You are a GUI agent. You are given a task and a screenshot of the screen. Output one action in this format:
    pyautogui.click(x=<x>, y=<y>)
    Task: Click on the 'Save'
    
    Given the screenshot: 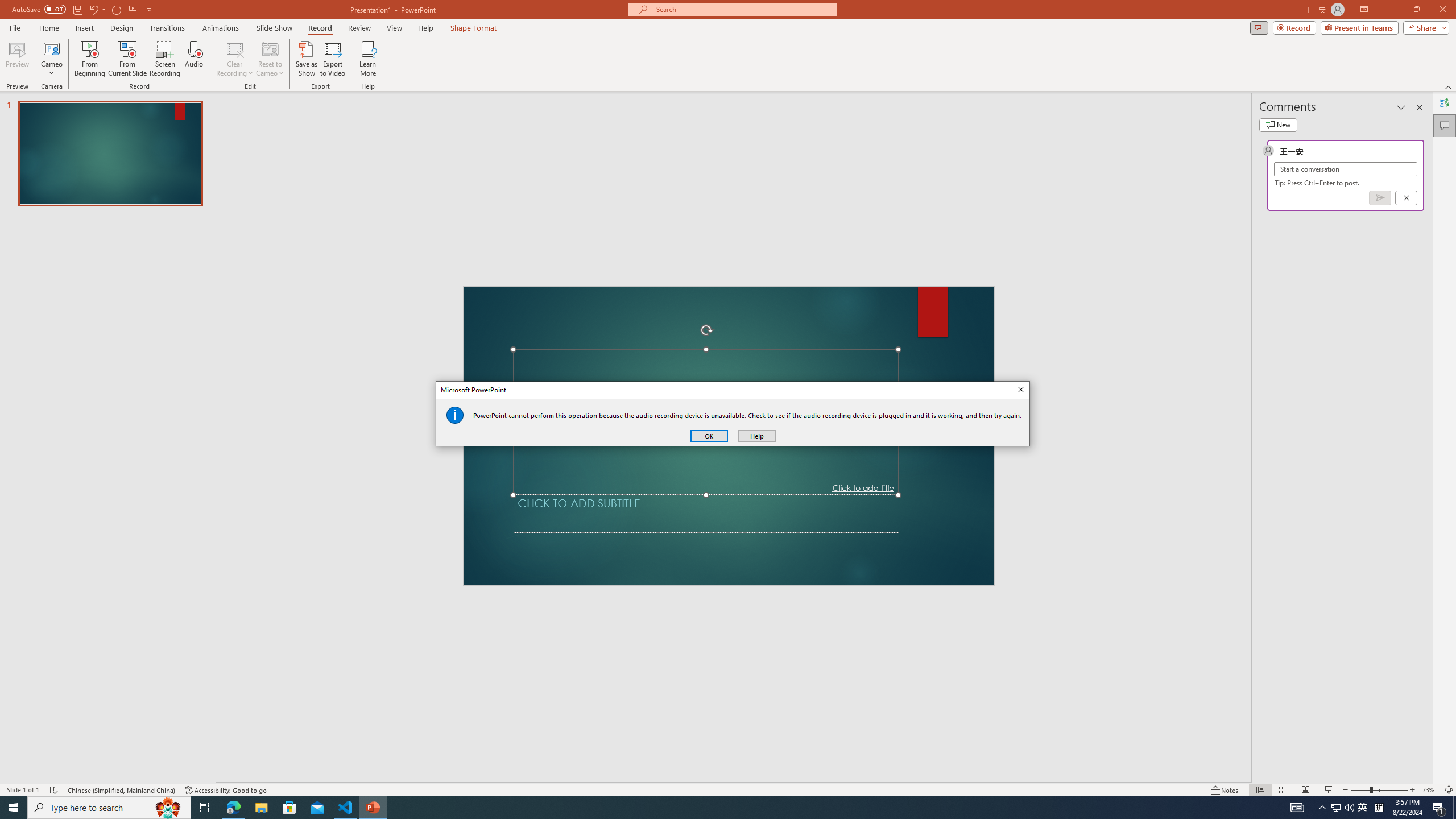 What is the action you would take?
    pyautogui.click(x=77, y=9)
    